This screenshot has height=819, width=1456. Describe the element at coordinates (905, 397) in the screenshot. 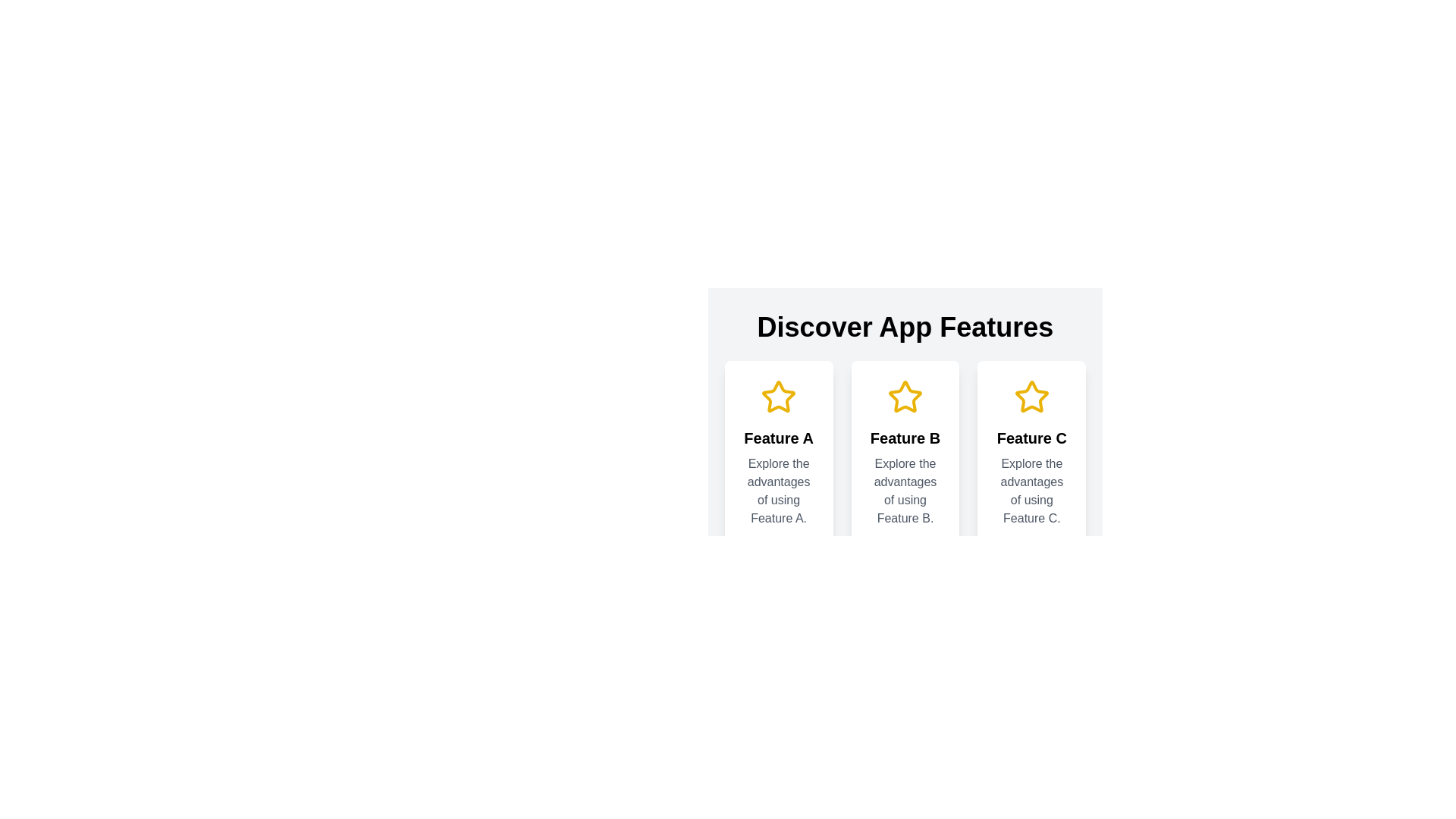

I see `the yellow star icon above the text 'Feature B' in the card-style design` at that location.